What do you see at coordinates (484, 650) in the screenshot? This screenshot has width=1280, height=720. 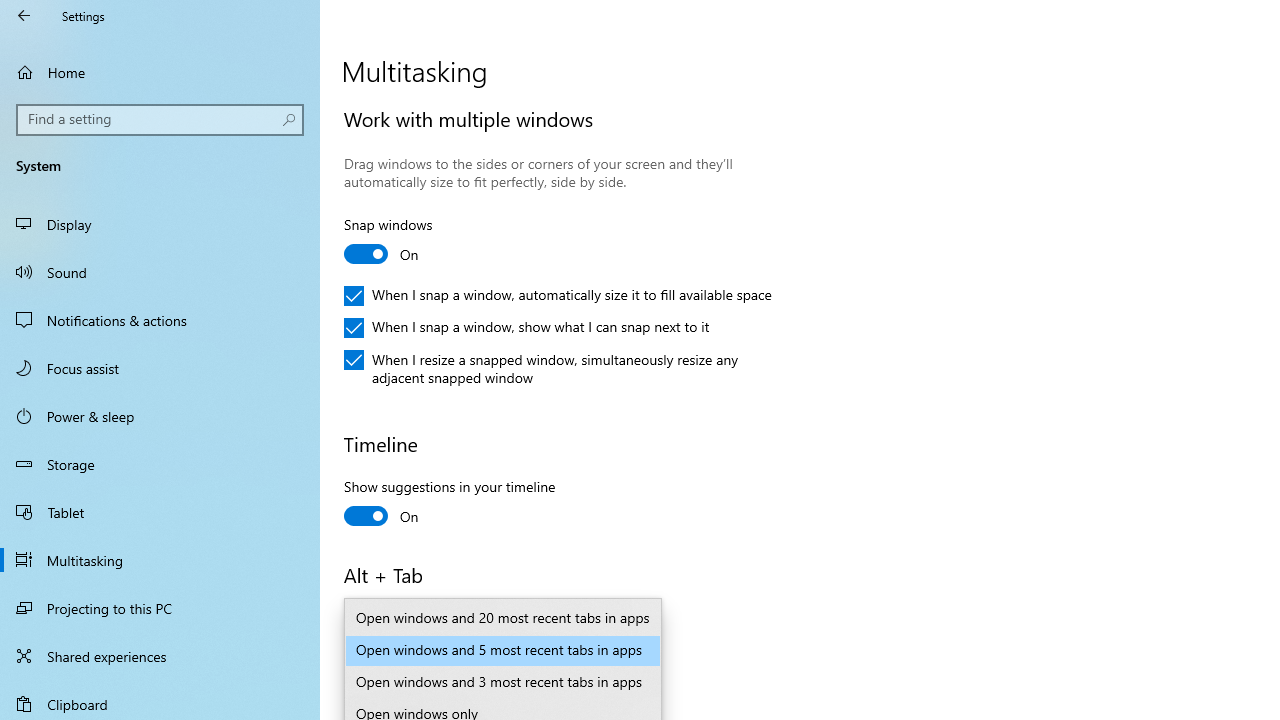 I see `'Pressing Alt + Tab shows'` at bounding box center [484, 650].